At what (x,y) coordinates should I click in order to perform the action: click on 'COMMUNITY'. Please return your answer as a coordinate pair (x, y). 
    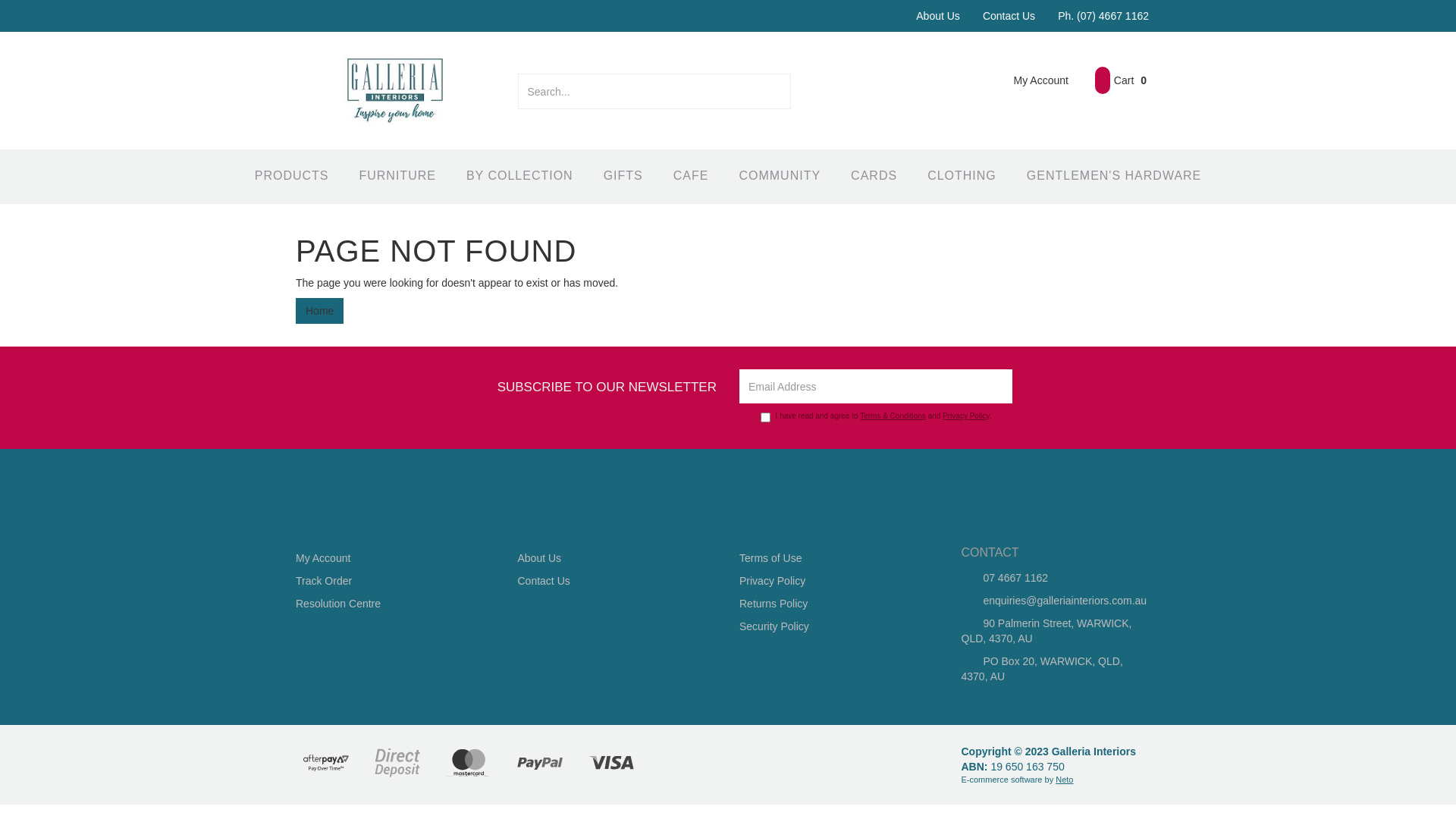
    Looking at the image, I should click on (779, 175).